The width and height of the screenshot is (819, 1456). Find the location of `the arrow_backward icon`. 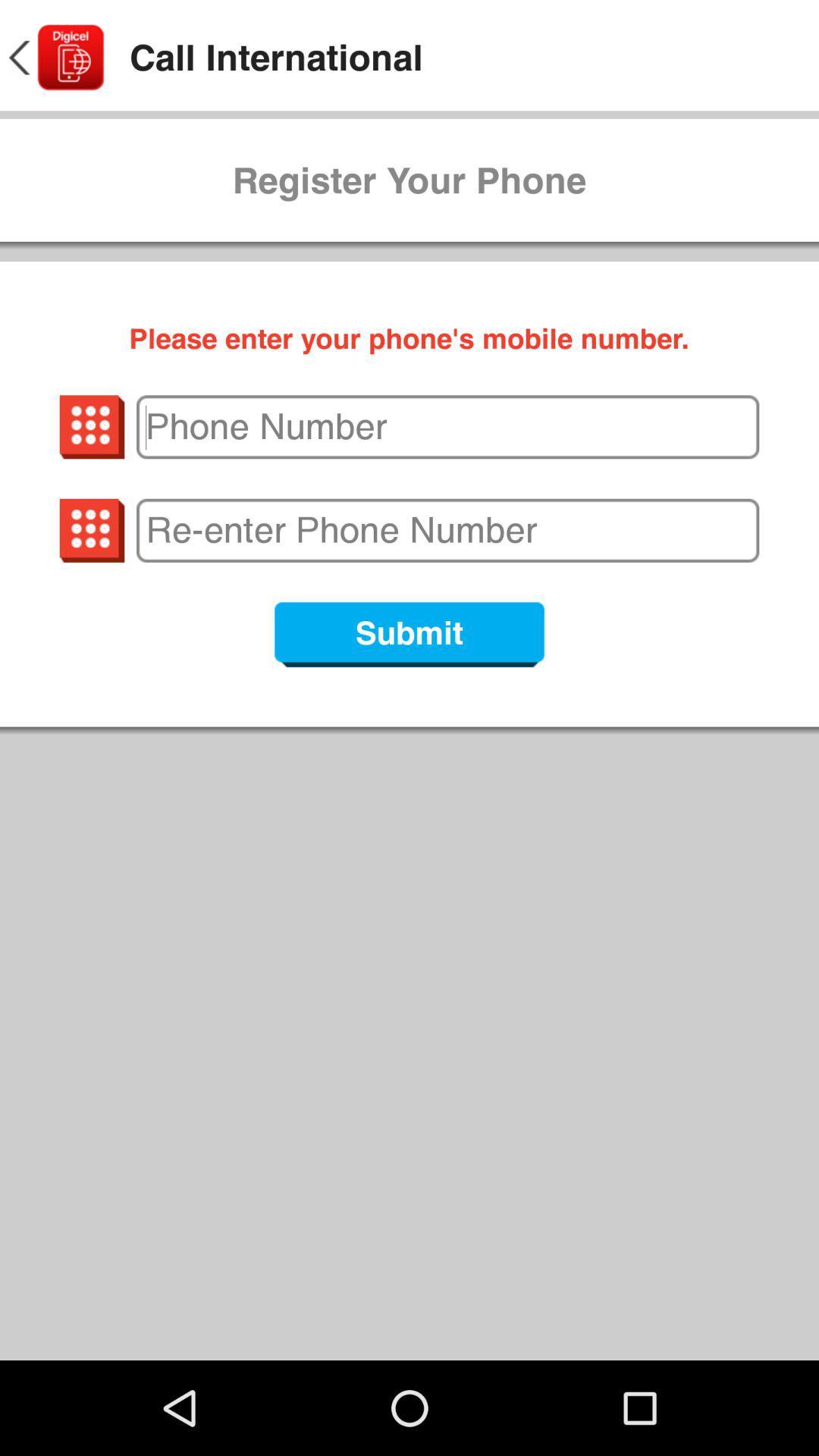

the arrow_backward icon is located at coordinates (54, 61).